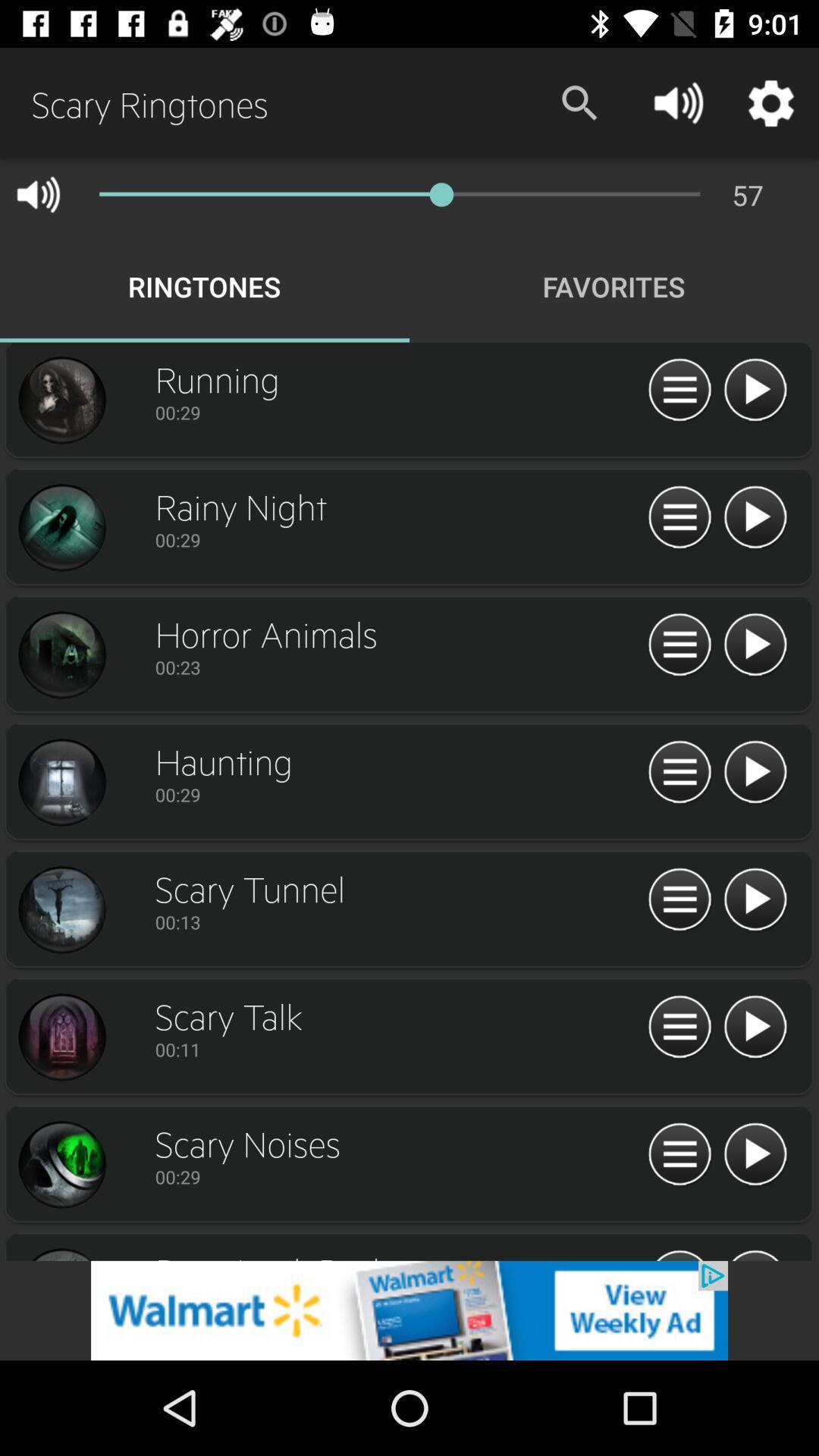 The height and width of the screenshot is (1456, 819). I want to click on option, so click(755, 1154).